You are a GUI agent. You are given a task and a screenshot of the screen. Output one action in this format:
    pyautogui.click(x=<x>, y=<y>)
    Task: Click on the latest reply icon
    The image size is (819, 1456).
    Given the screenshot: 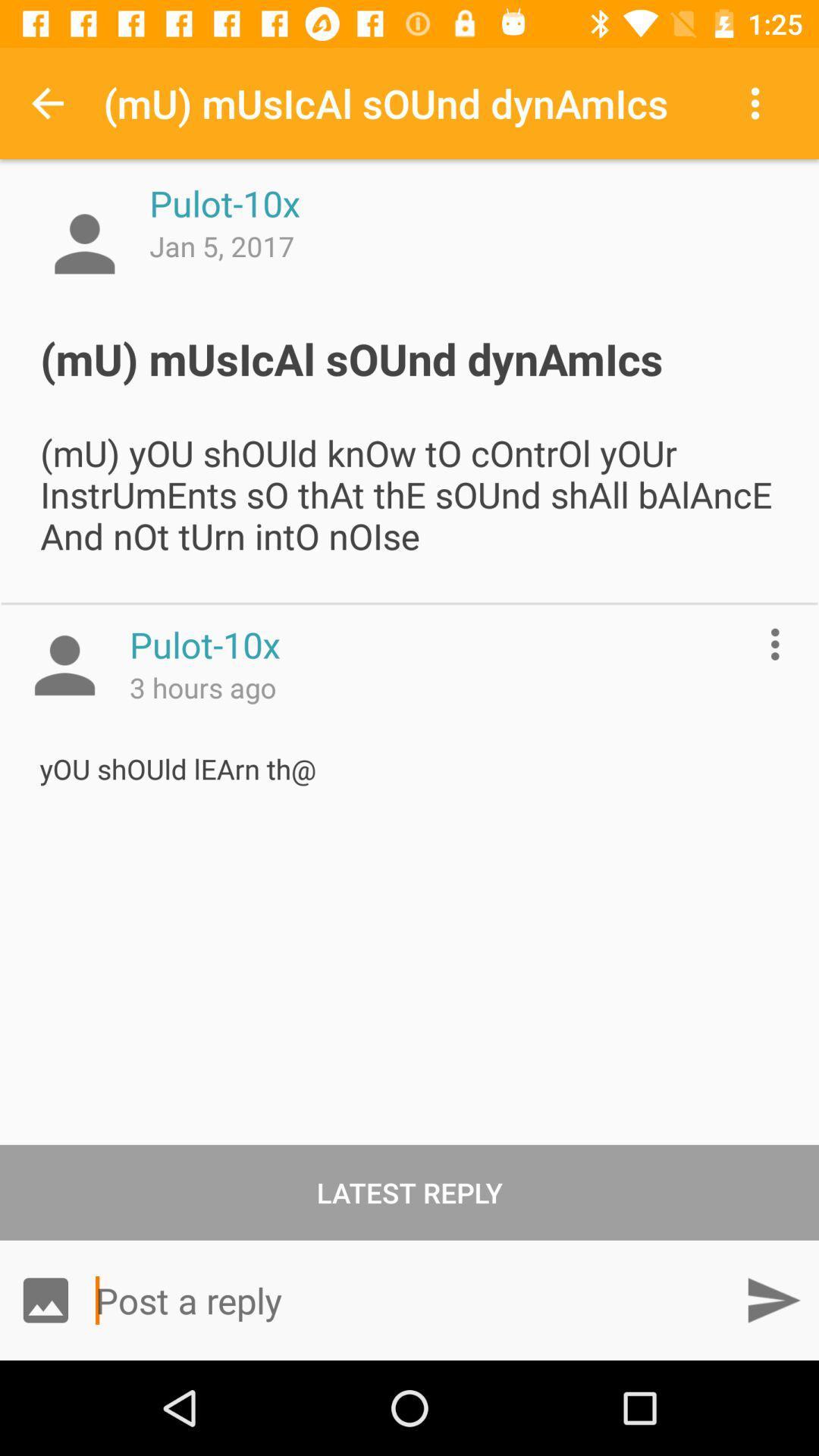 What is the action you would take?
    pyautogui.click(x=409, y=1191)
    